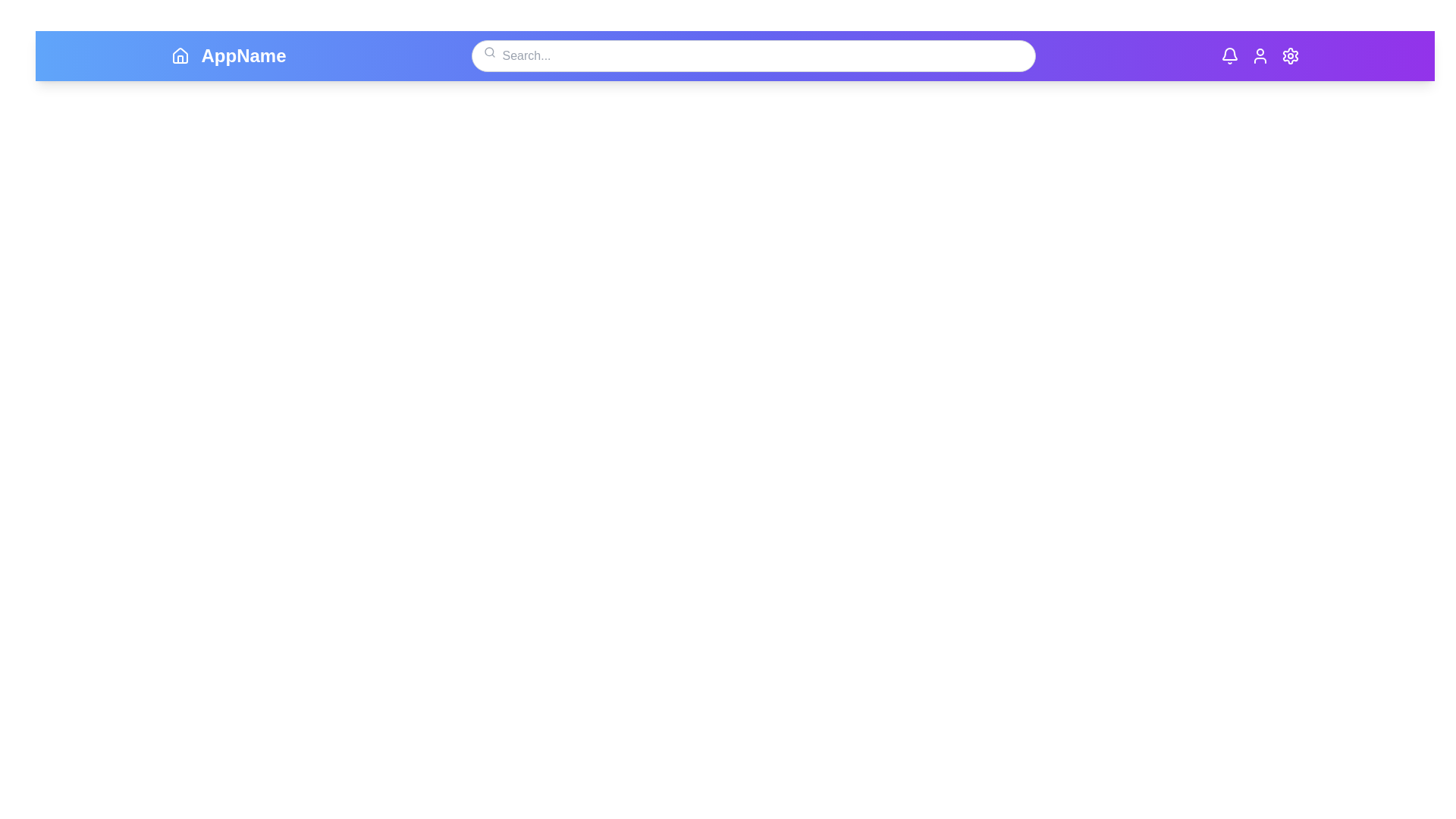 The width and height of the screenshot is (1456, 819). Describe the element at coordinates (489, 52) in the screenshot. I see `the search icon located to the left of the search bar` at that location.